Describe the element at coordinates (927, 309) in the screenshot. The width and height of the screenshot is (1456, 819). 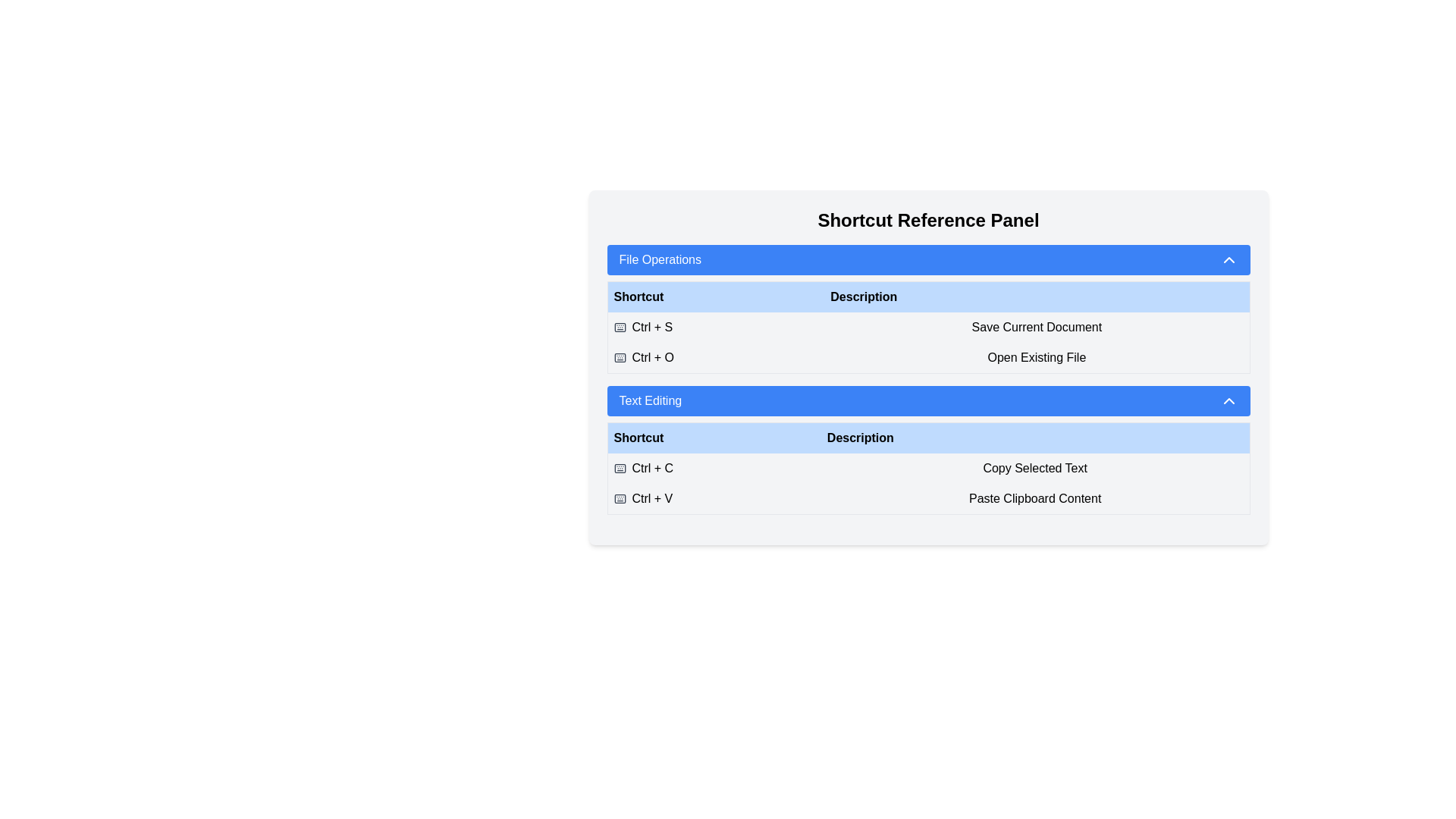
I see `the informational panel that provides shortcuts and their functionalities, located below the 'File Operations' header and above the 'Text Editing' header` at that location.